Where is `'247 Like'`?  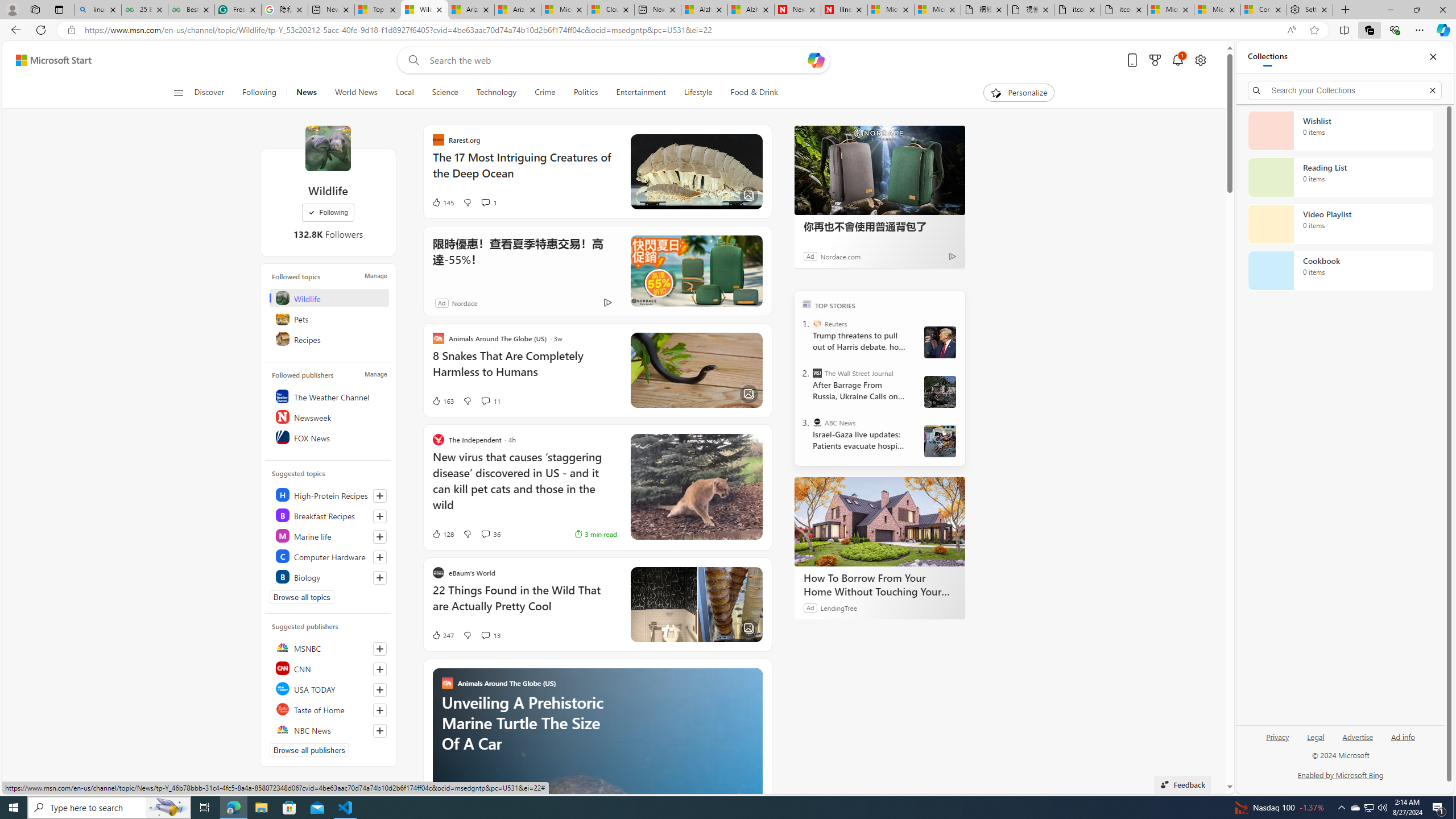 '247 Like' is located at coordinates (442, 634).